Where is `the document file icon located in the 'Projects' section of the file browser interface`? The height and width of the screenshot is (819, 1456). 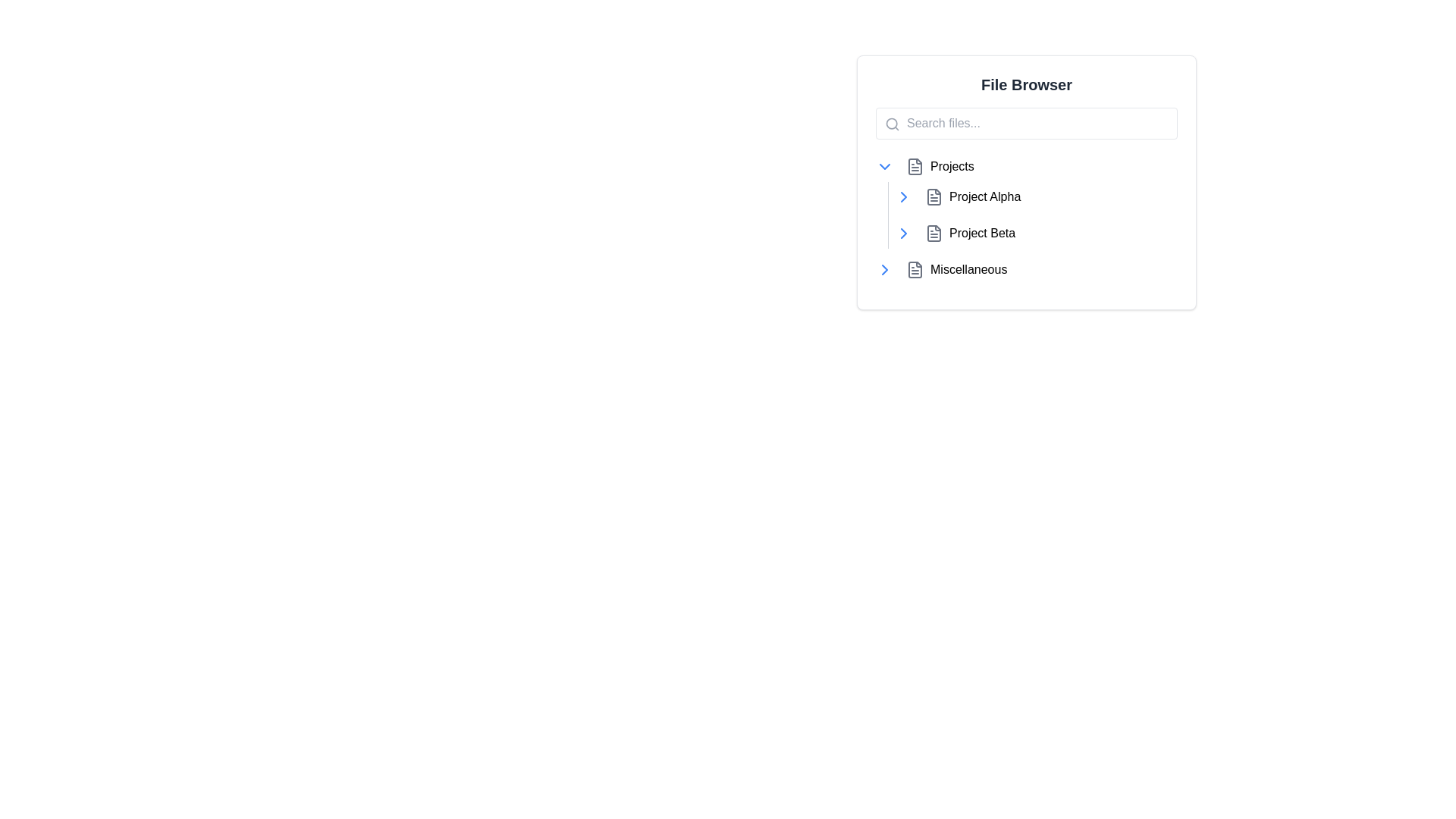
the document file icon located in the 'Projects' section of the file browser interface is located at coordinates (914, 166).